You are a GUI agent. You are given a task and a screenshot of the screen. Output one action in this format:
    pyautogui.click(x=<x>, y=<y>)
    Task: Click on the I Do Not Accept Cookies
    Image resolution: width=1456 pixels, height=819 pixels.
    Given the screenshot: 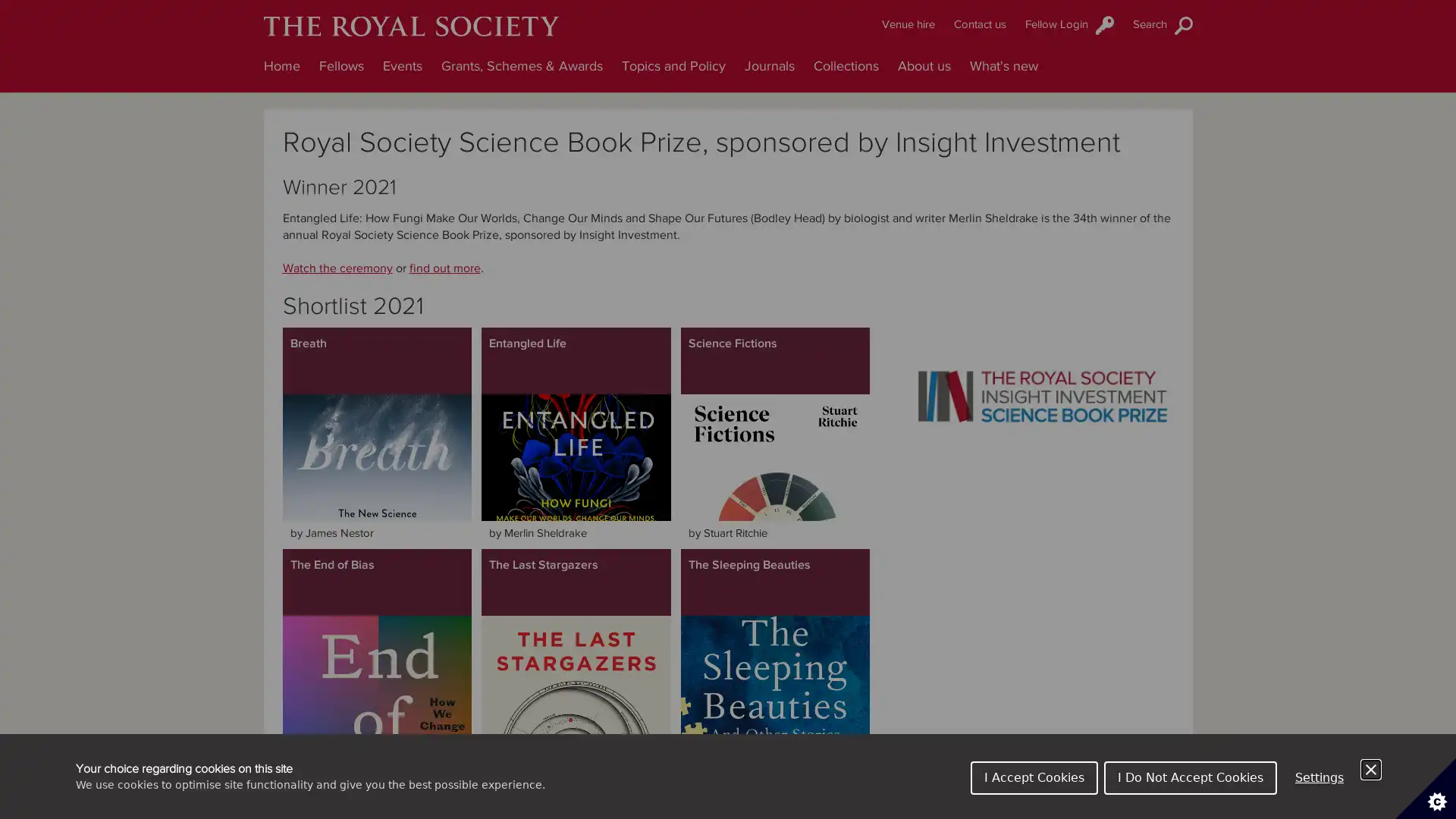 What is the action you would take?
    pyautogui.click(x=1189, y=778)
    